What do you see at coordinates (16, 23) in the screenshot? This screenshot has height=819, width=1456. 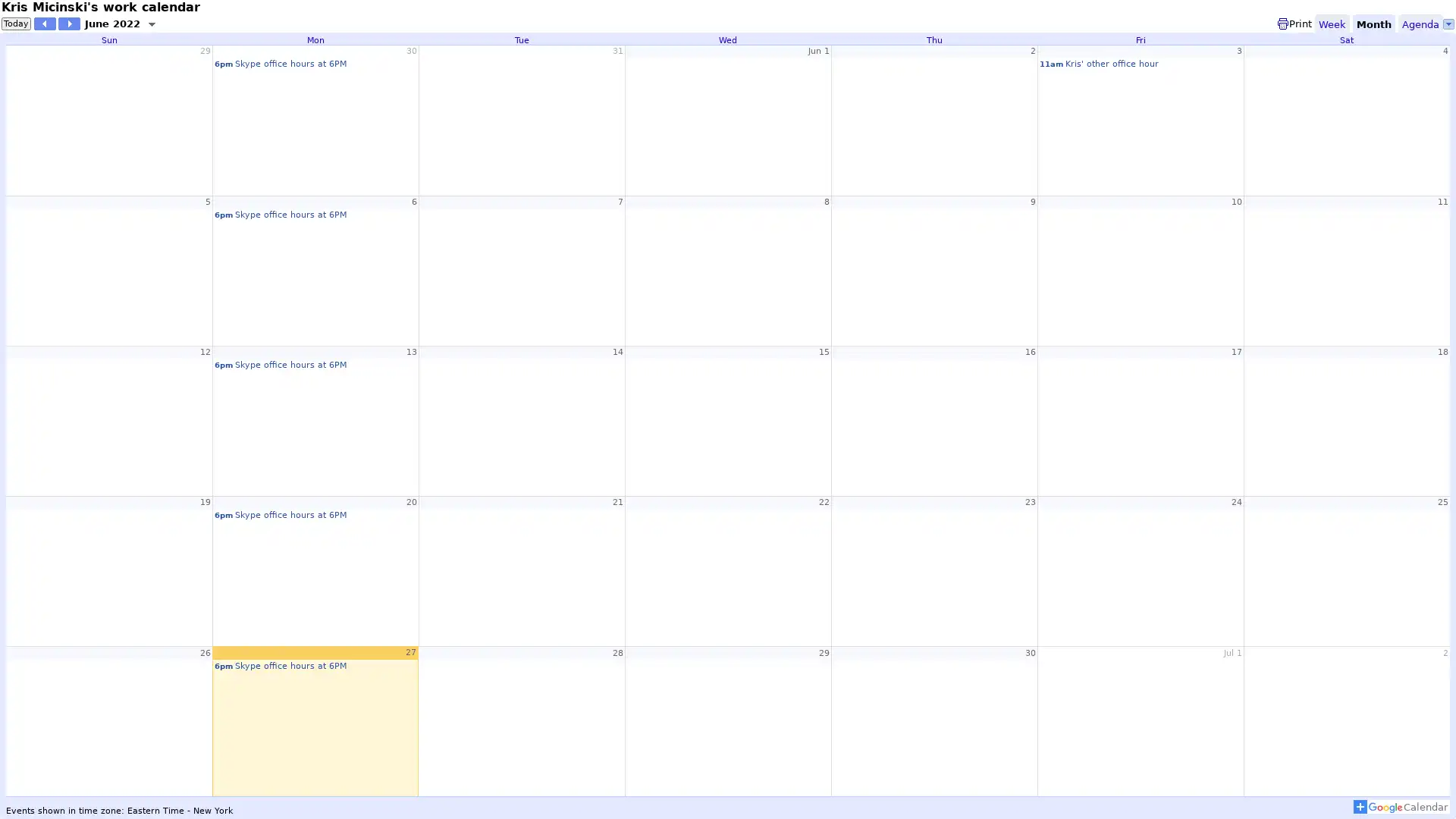 I see `Today` at bounding box center [16, 23].